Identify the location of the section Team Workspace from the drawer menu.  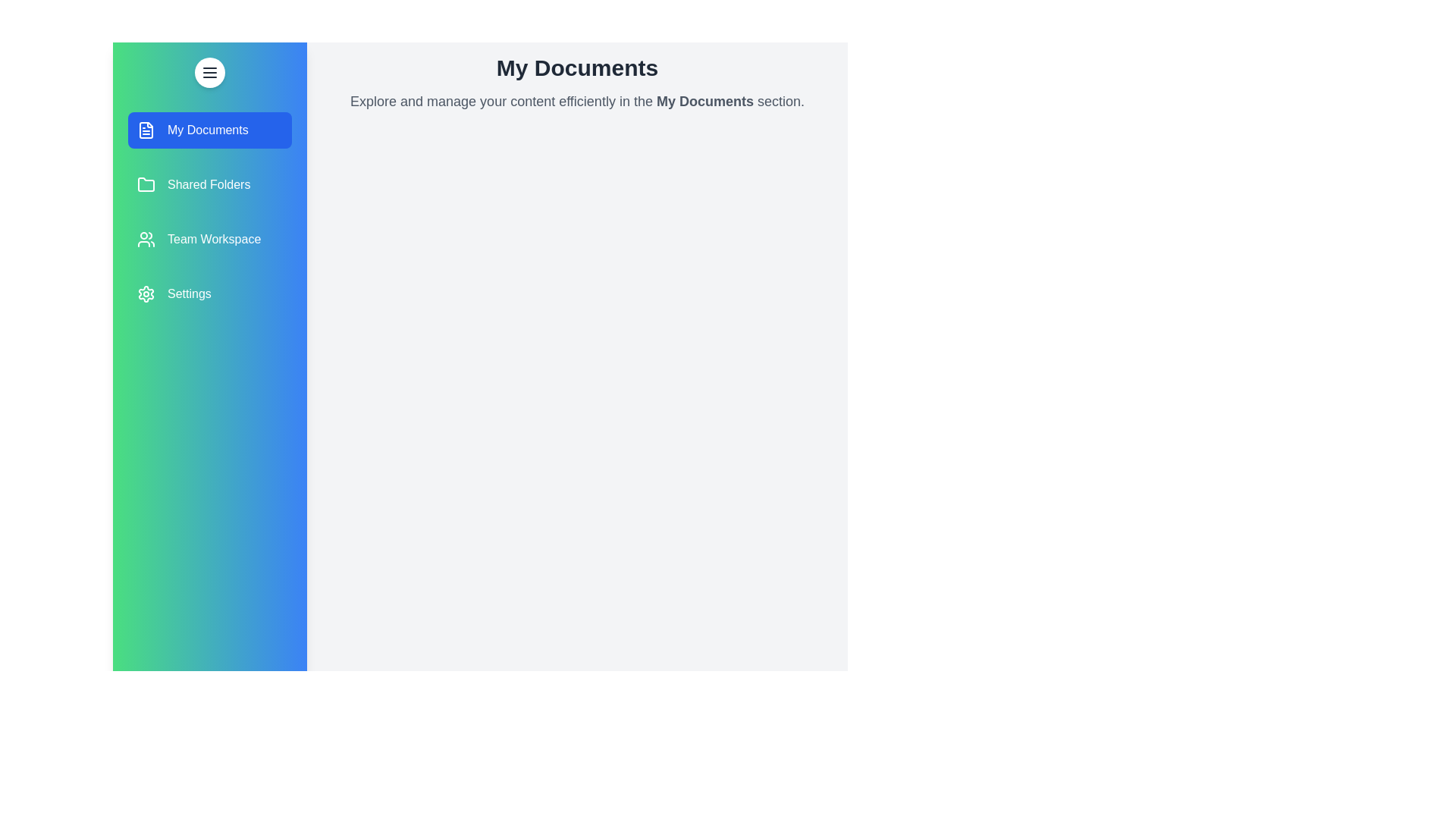
(209, 239).